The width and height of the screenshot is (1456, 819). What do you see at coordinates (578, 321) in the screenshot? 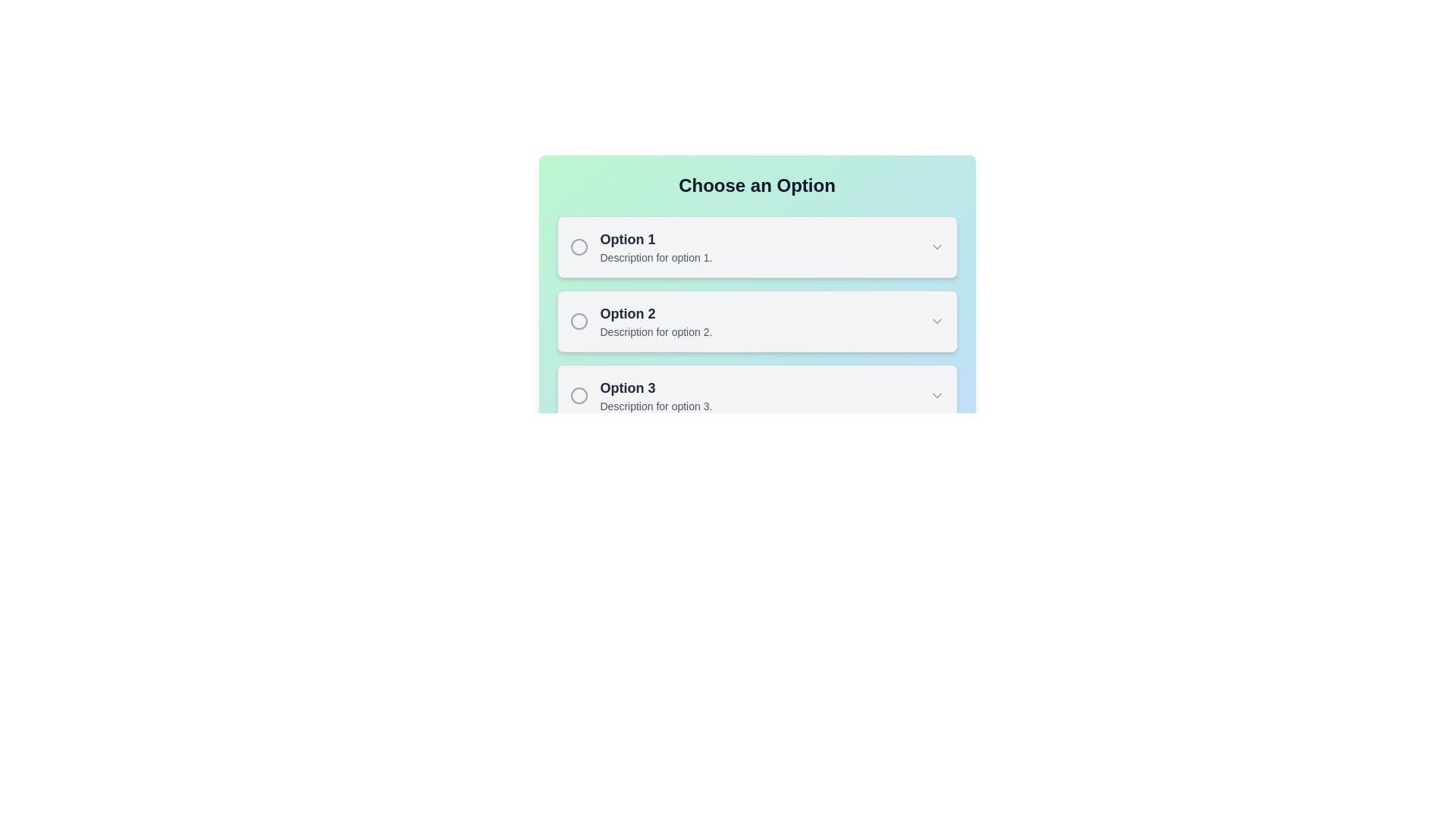
I see `the circular radio button icon located to the left of the text labeled 'Option 2'` at bounding box center [578, 321].